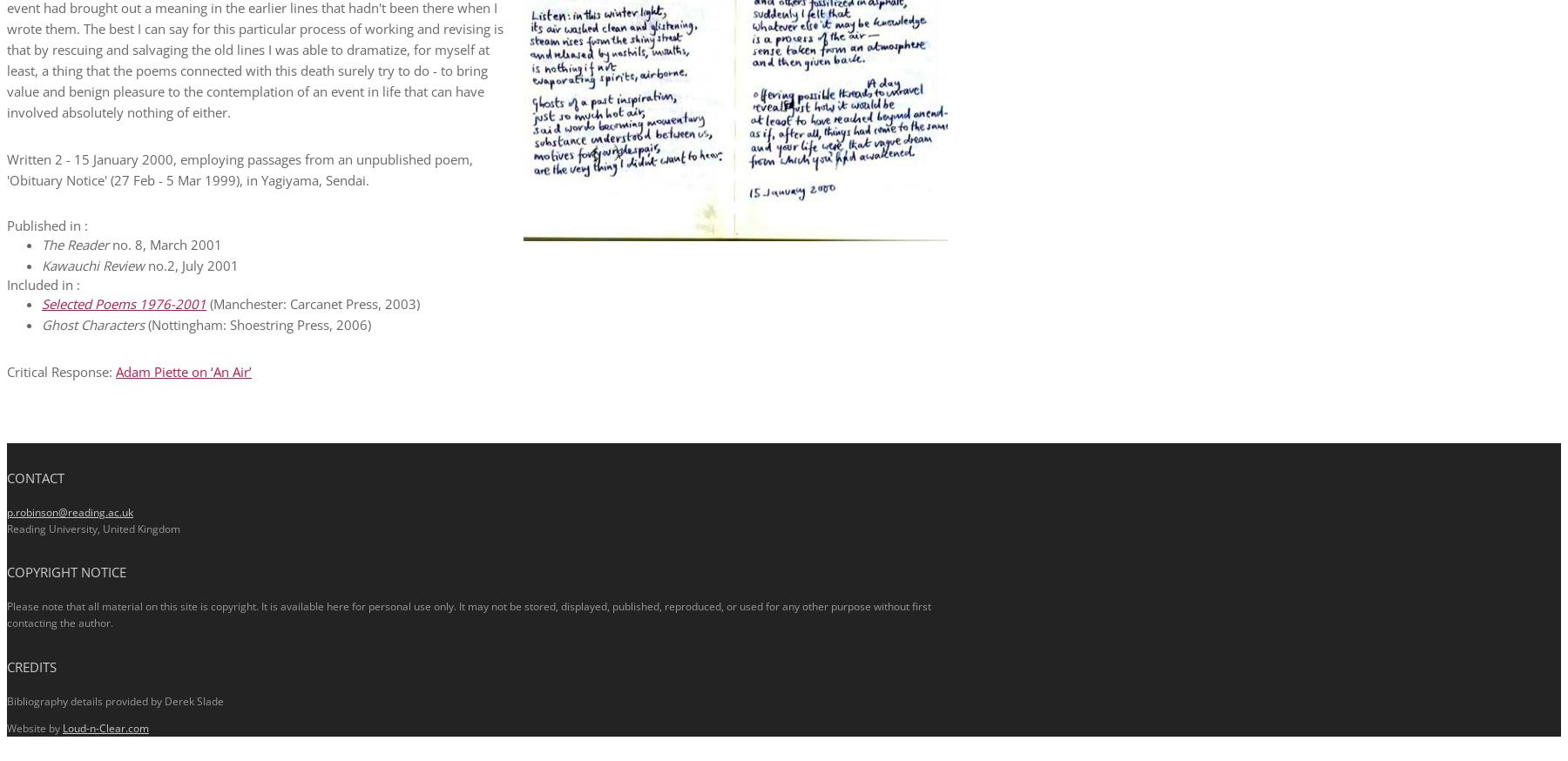 The image size is (1568, 761). What do you see at coordinates (124, 302) in the screenshot?
I see `'Selected Poems 1976-2001'` at bounding box center [124, 302].